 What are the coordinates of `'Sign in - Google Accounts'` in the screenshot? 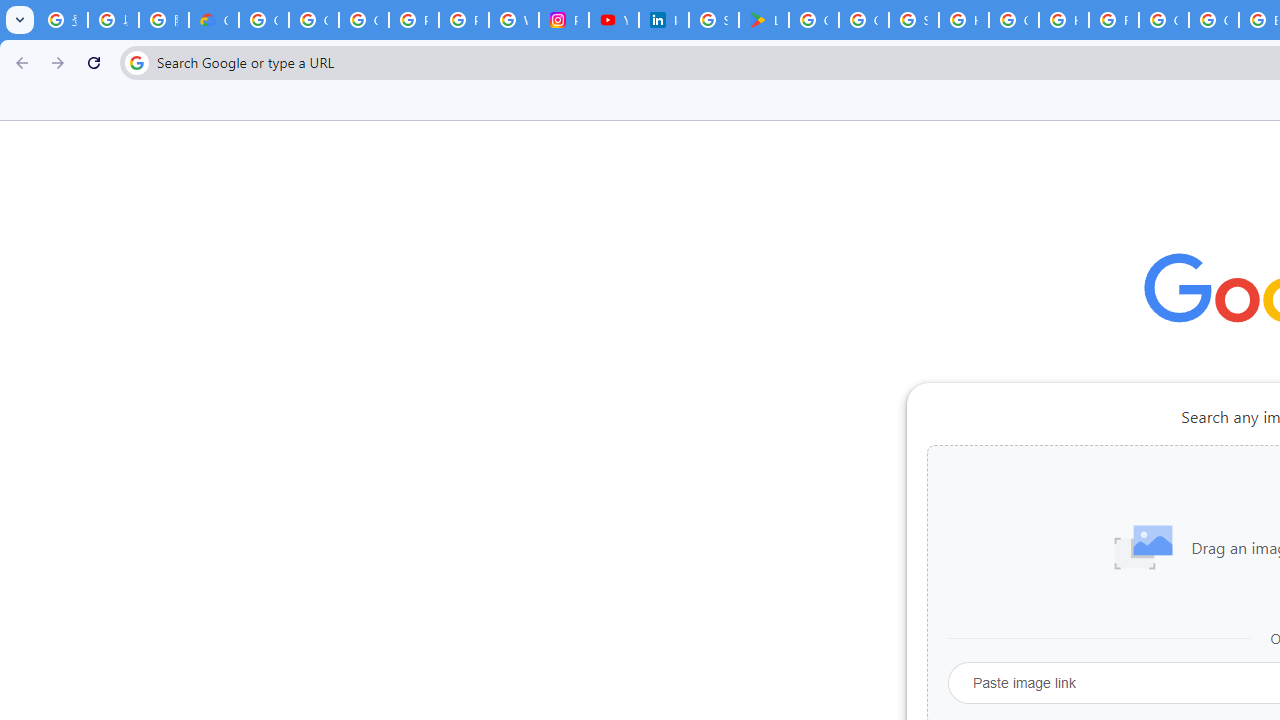 It's located at (913, 20).